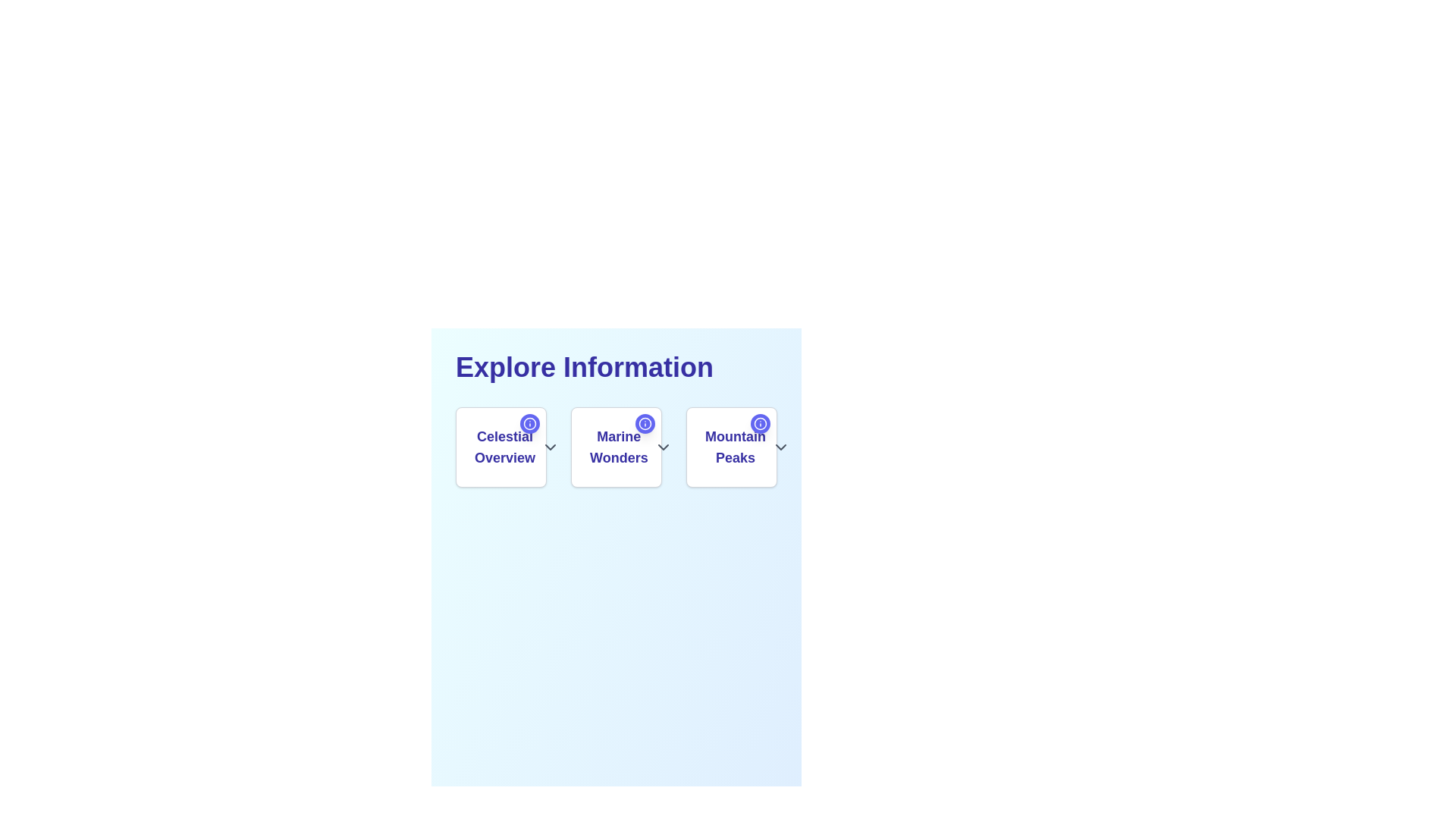  What do you see at coordinates (616, 447) in the screenshot?
I see `the 'Marine Wonders' text label displayed in bold, indigo font` at bounding box center [616, 447].